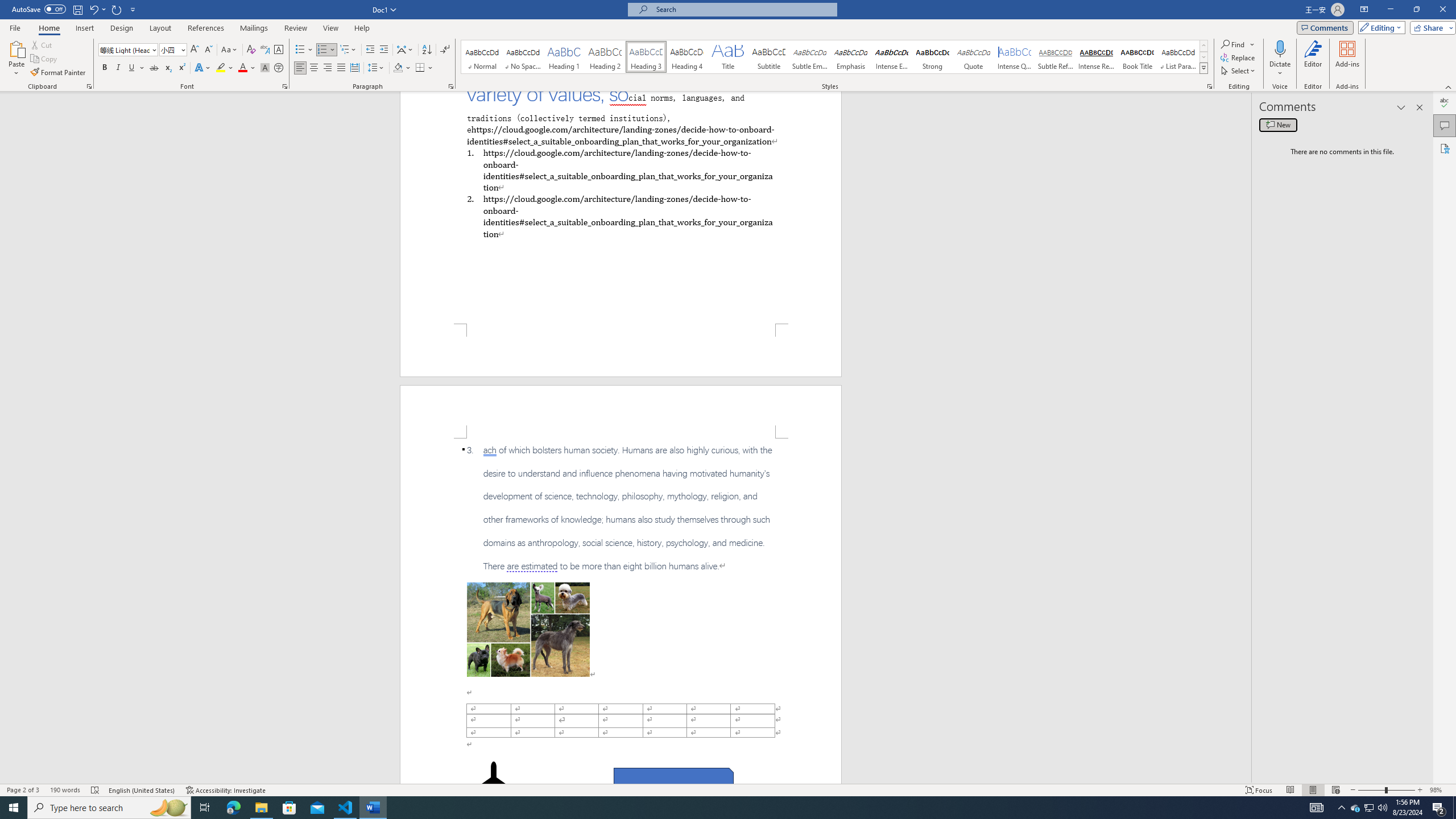 Image resolution: width=1456 pixels, height=819 pixels. What do you see at coordinates (728, 56) in the screenshot?
I see `'Title'` at bounding box center [728, 56].